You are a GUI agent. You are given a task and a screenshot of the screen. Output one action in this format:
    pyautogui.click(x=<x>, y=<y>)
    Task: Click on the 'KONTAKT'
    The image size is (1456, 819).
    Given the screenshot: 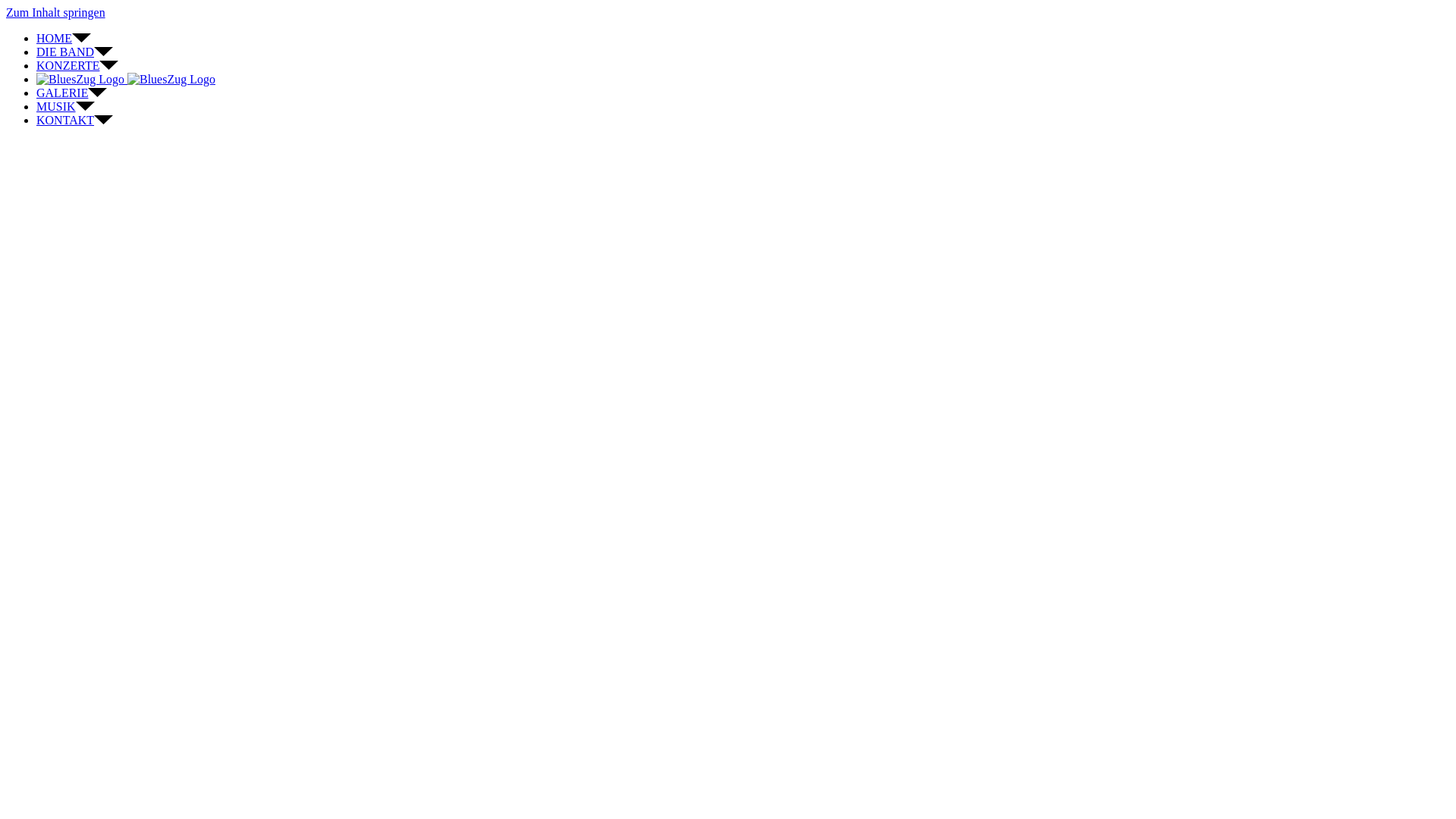 What is the action you would take?
    pyautogui.click(x=74, y=119)
    